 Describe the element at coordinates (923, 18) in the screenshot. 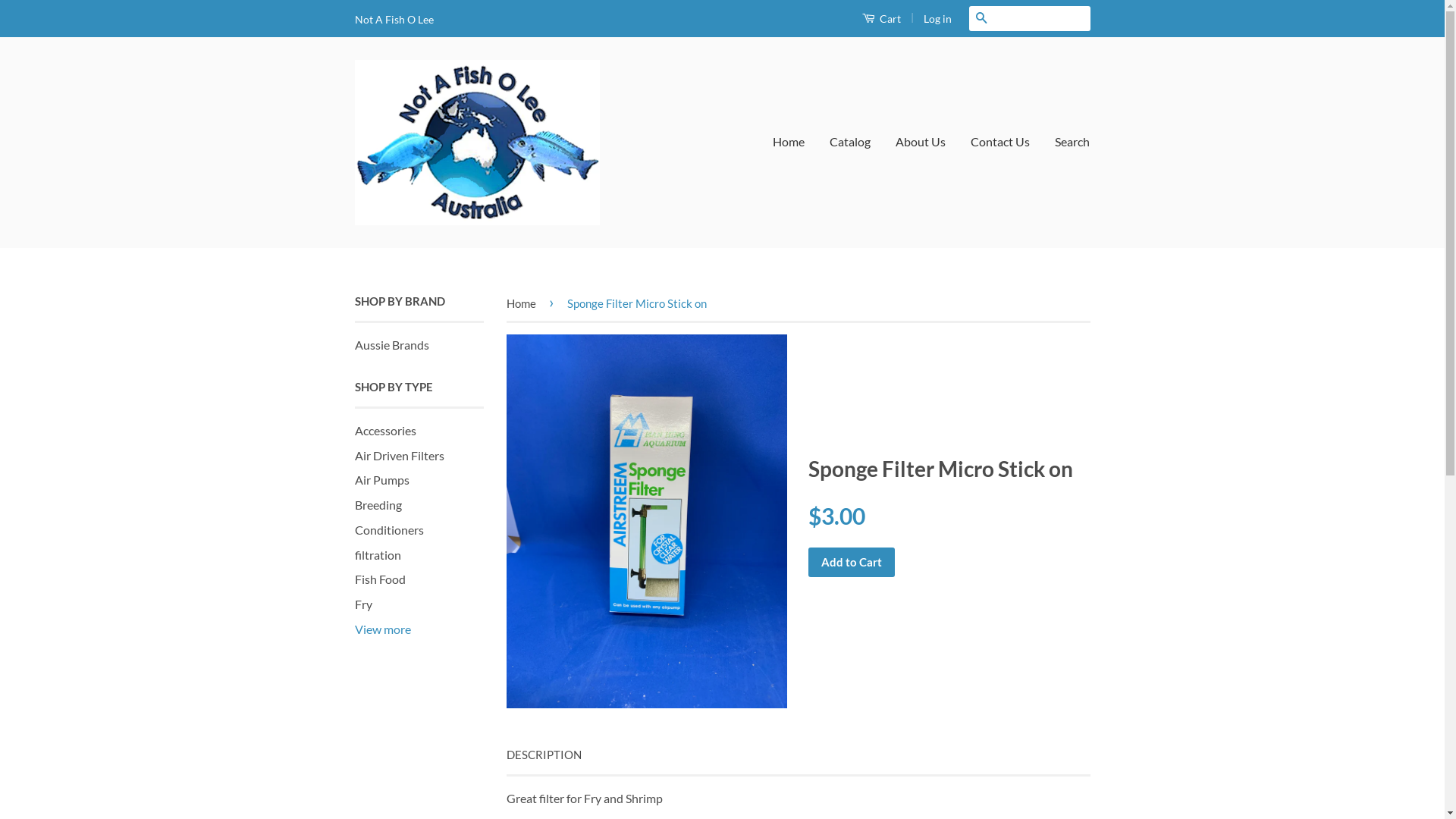

I see `'Log in'` at that location.